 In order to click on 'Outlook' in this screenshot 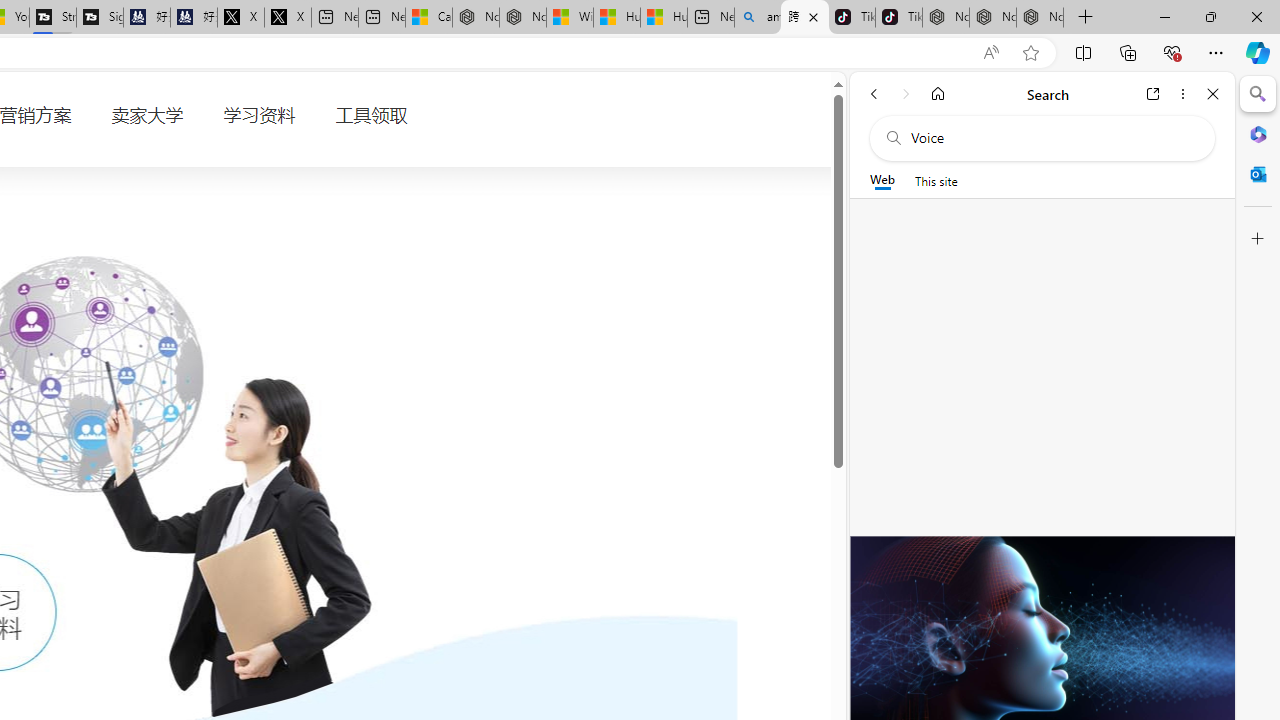, I will do `click(1257, 173)`.